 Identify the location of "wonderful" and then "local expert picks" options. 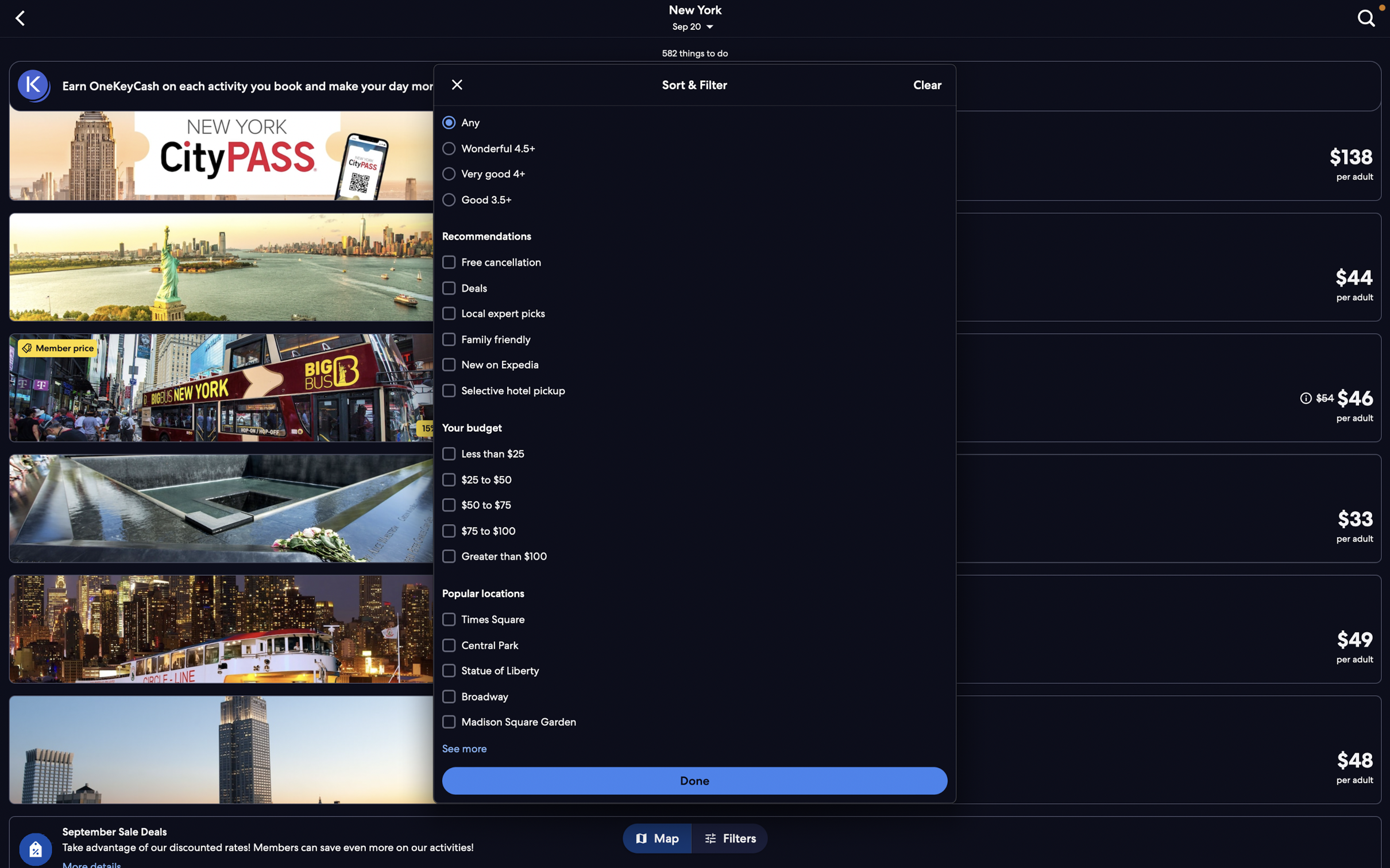
(692, 148).